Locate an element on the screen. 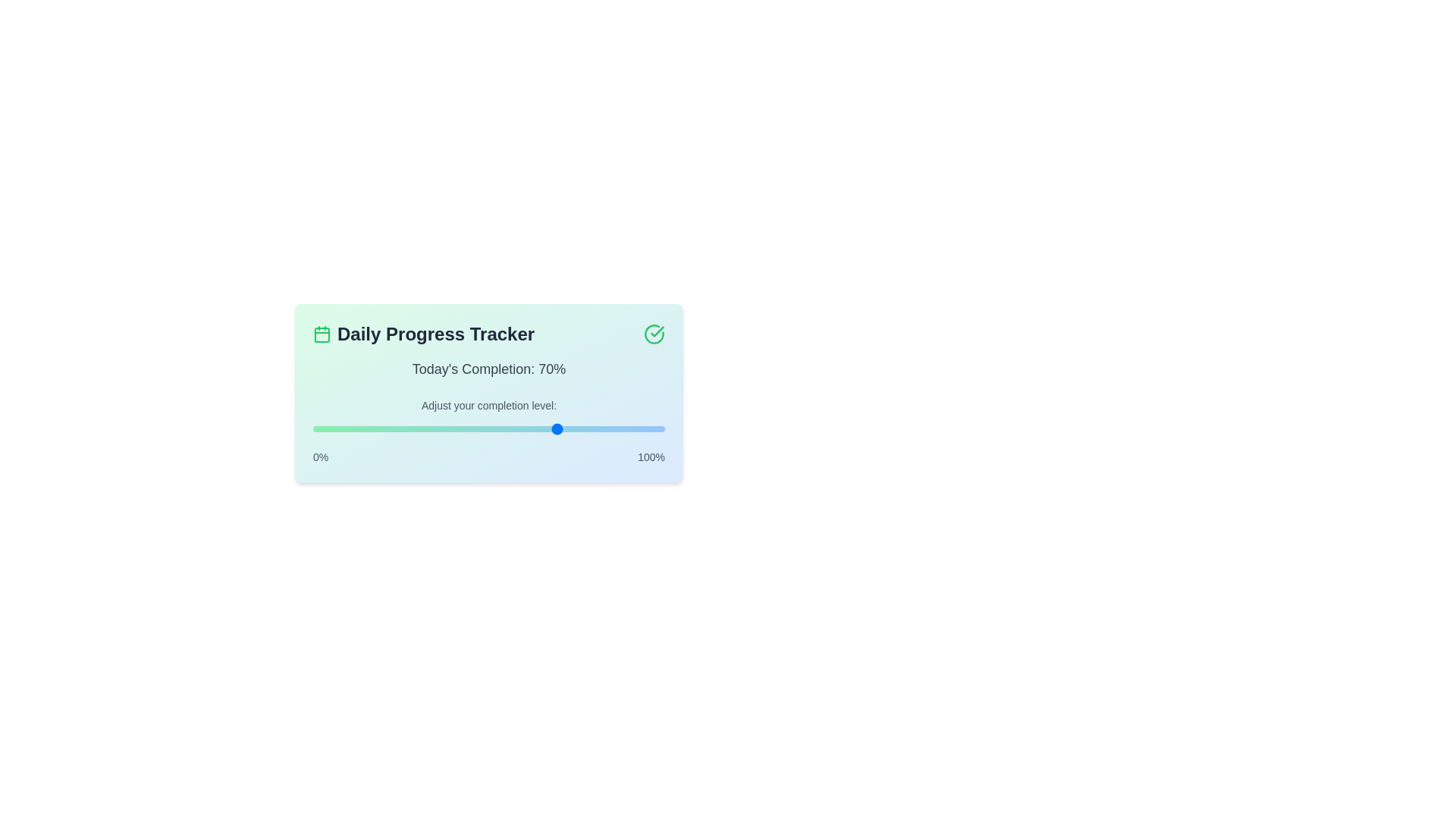  the progress level to 41% is located at coordinates (457, 429).